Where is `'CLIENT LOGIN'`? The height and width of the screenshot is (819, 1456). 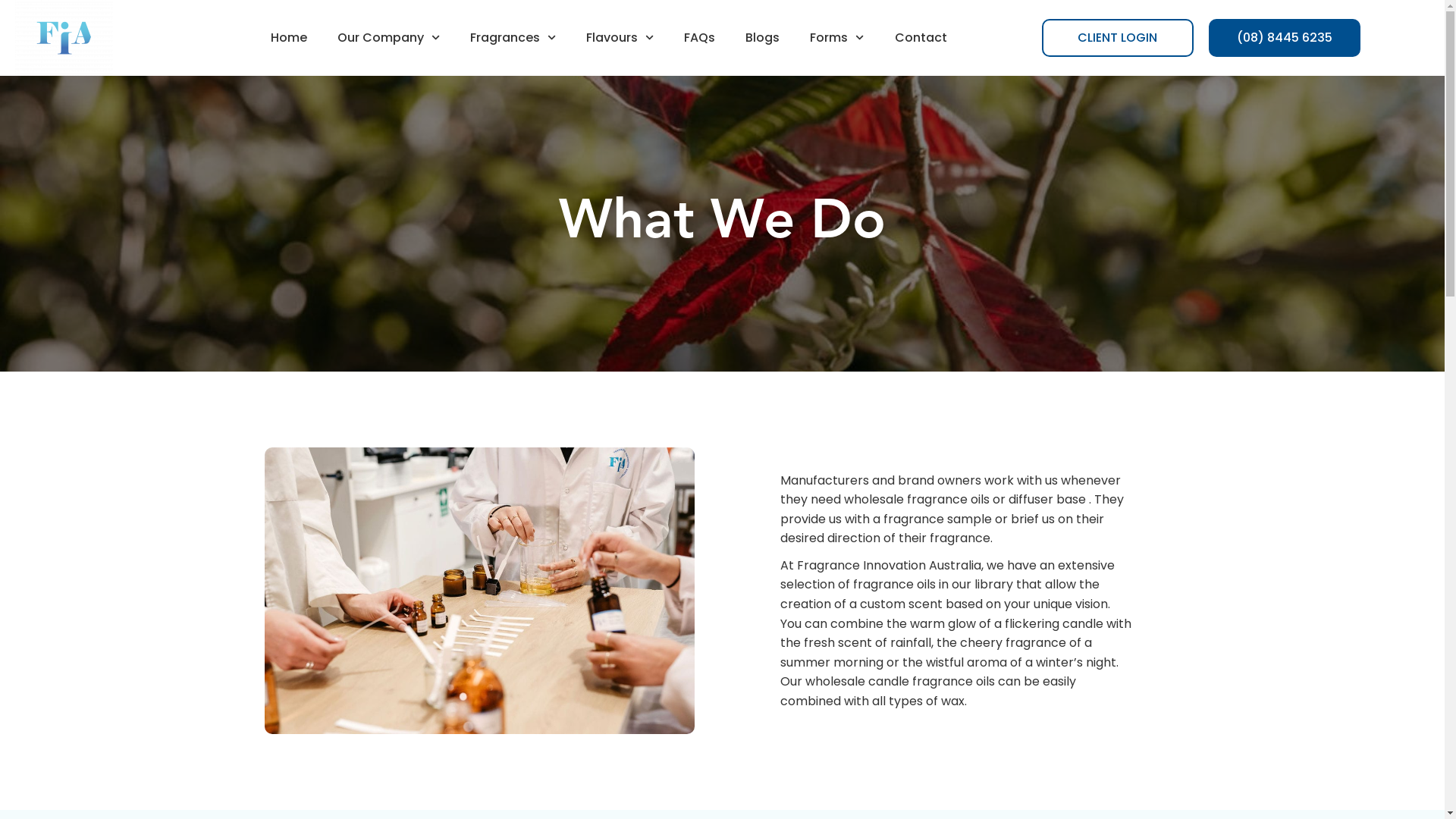
'CLIENT LOGIN' is located at coordinates (1117, 37).